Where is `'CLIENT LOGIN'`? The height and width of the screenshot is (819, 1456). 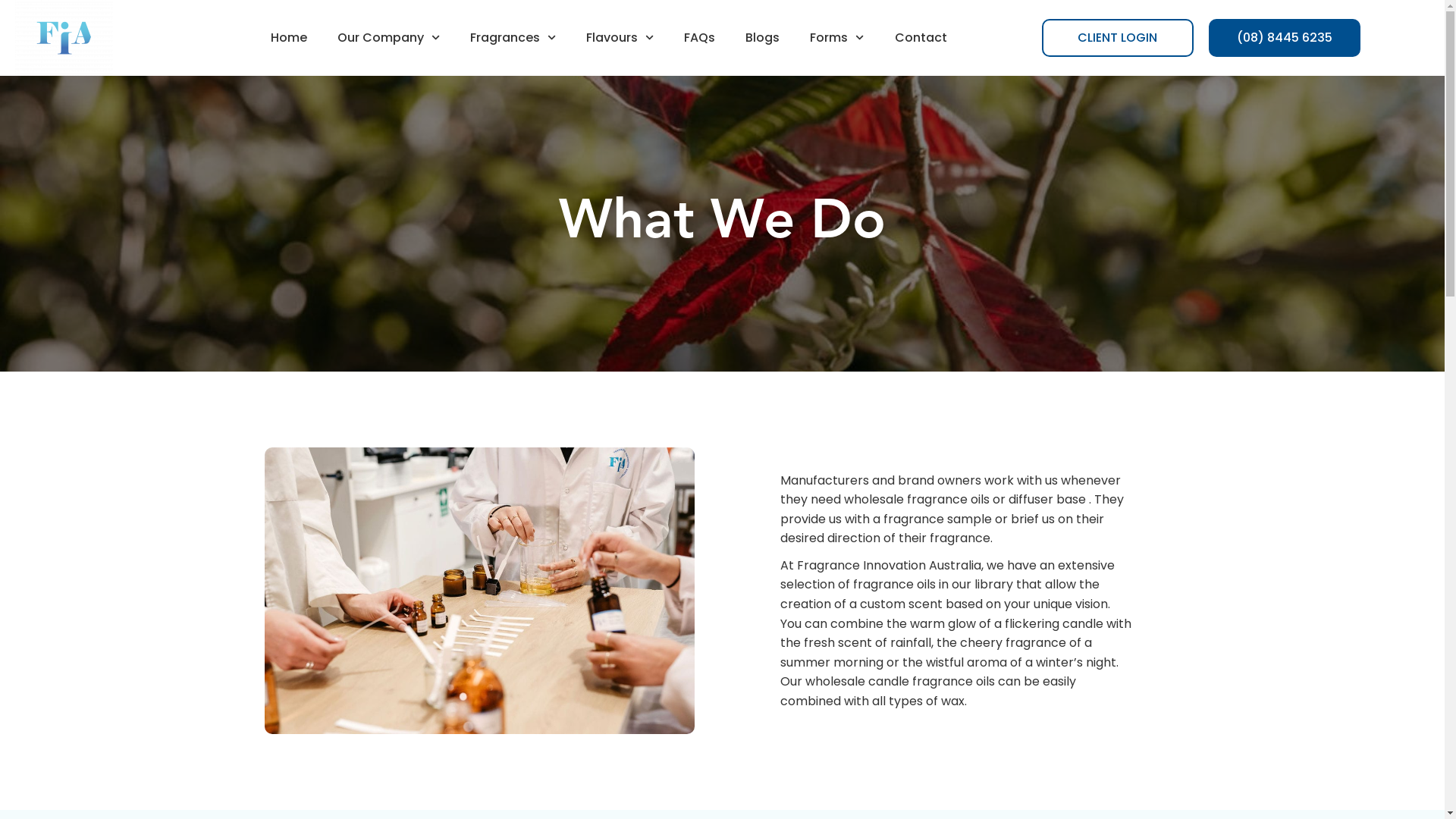
'CLIENT LOGIN' is located at coordinates (1117, 37).